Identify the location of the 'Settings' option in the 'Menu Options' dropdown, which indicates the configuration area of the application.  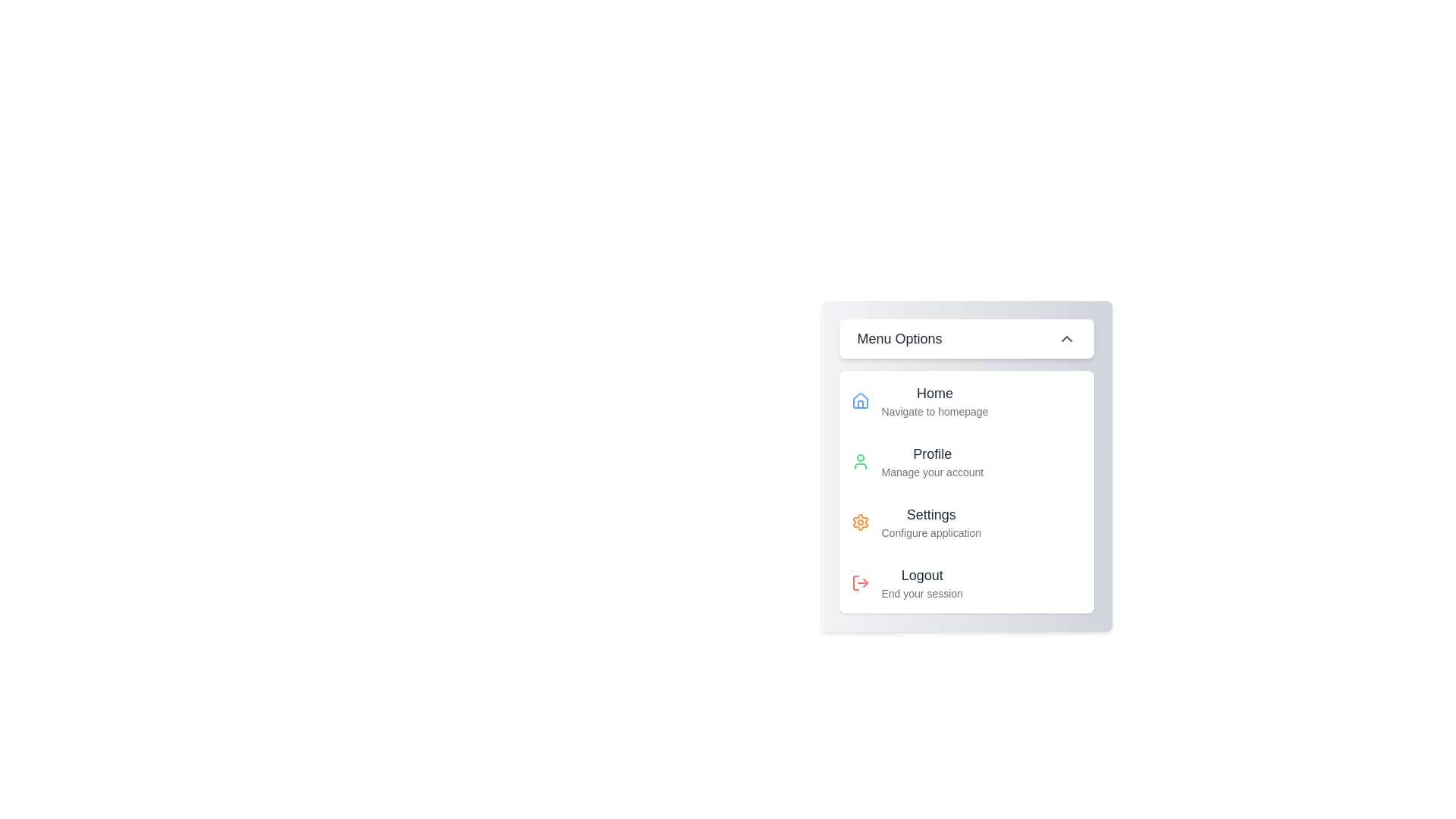
(930, 513).